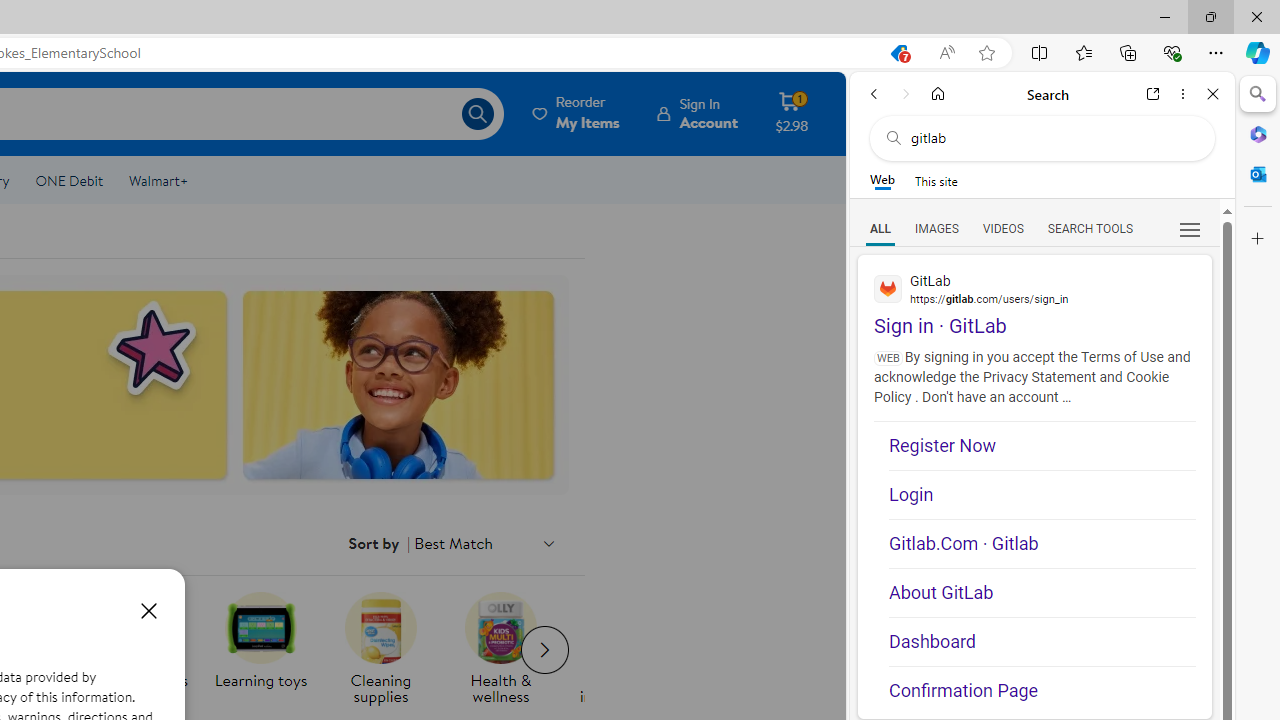 Image resolution: width=1280 pixels, height=720 pixels. Describe the element at coordinates (1089, 227) in the screenshot. I see `'SEARCH TOOLS'` at that location.